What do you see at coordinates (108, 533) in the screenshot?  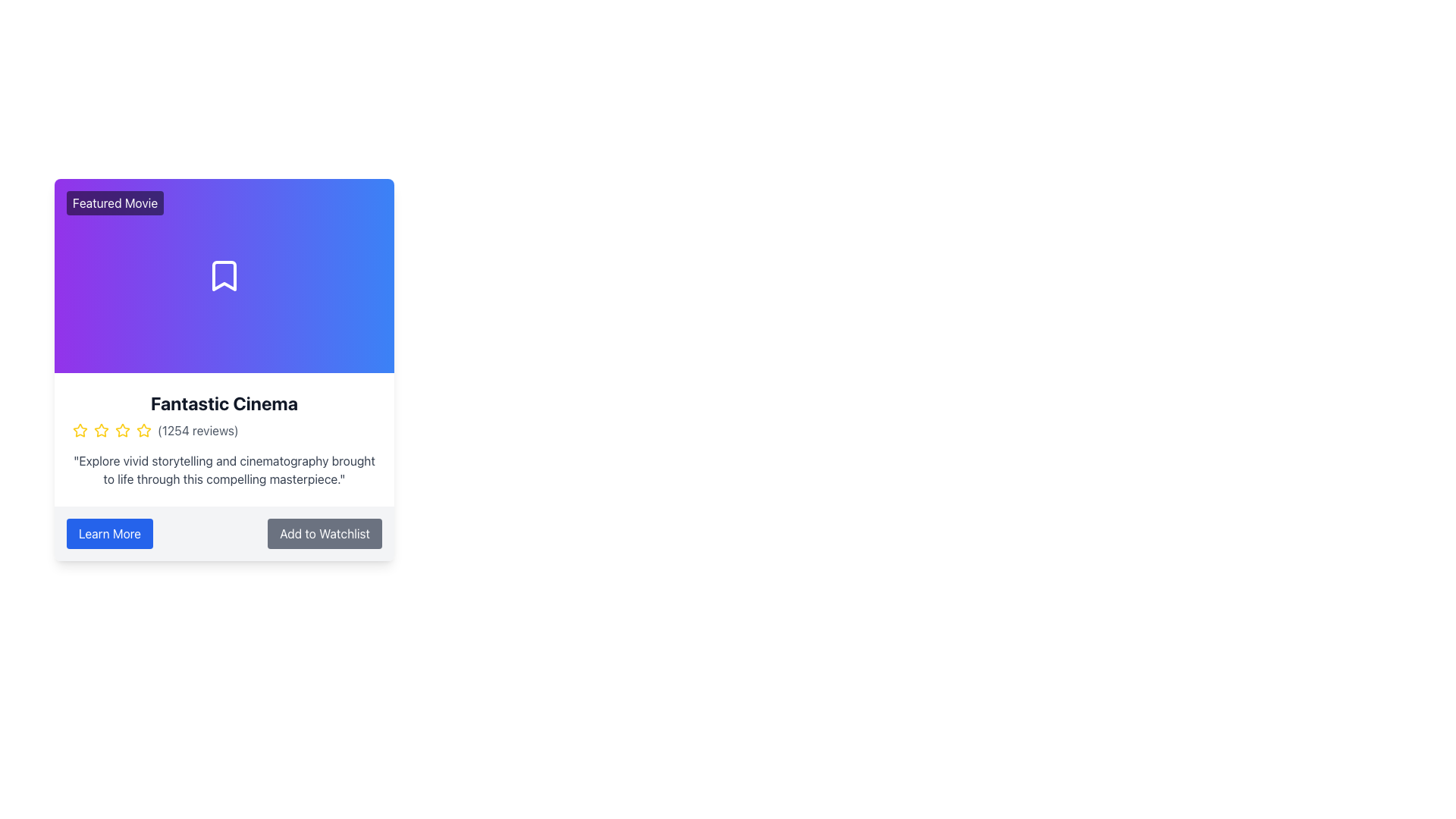 I see `the 'Learn More' button to observe the hover effect, which indicates interactivity and provides visual feedback to the user` at bounding box center [108, 533].